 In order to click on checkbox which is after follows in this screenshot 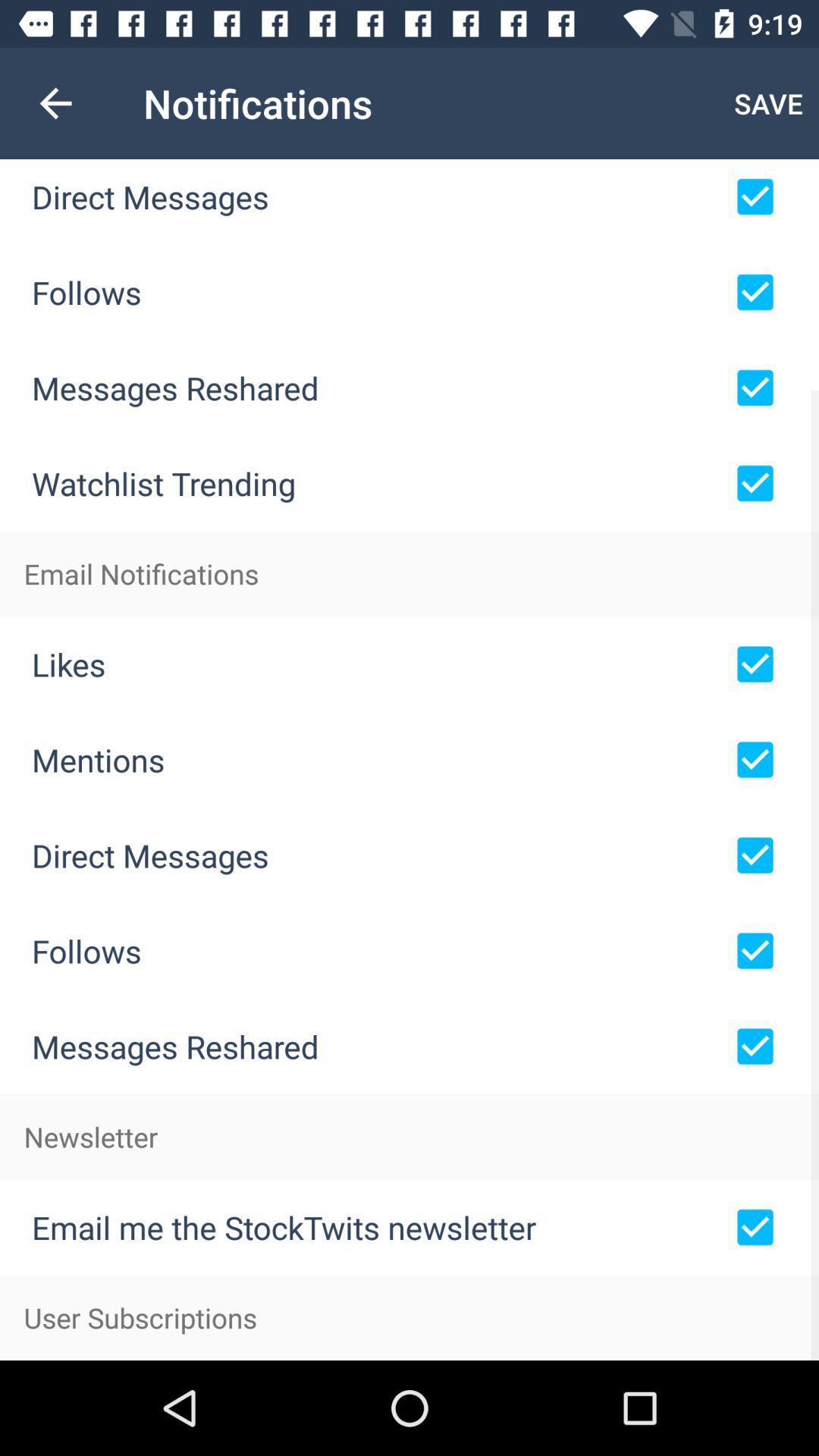, I will do `click(755, 292)`.